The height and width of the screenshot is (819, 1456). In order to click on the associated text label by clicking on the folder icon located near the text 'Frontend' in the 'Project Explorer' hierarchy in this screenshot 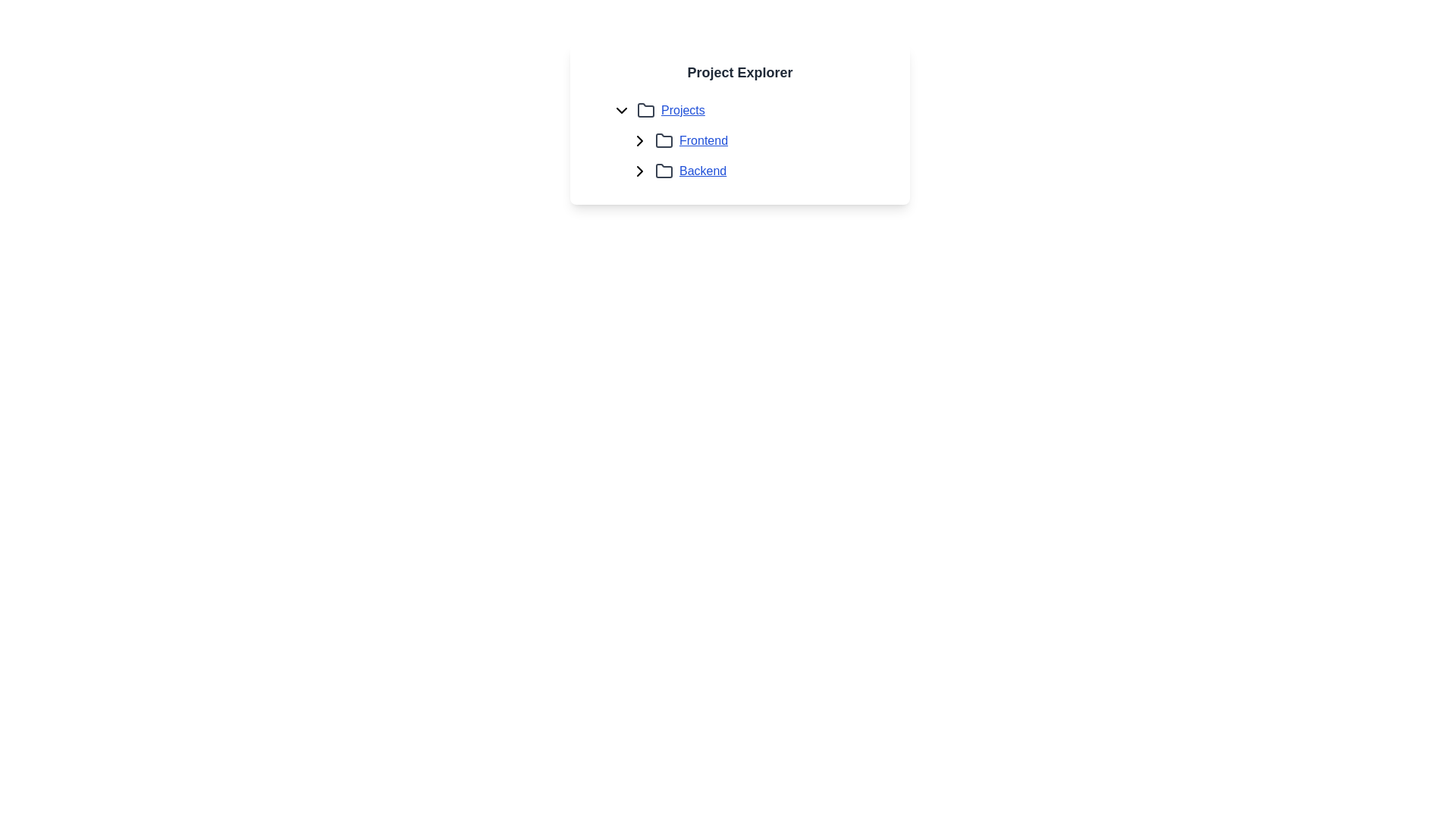, I will do `click(664, 140)`.